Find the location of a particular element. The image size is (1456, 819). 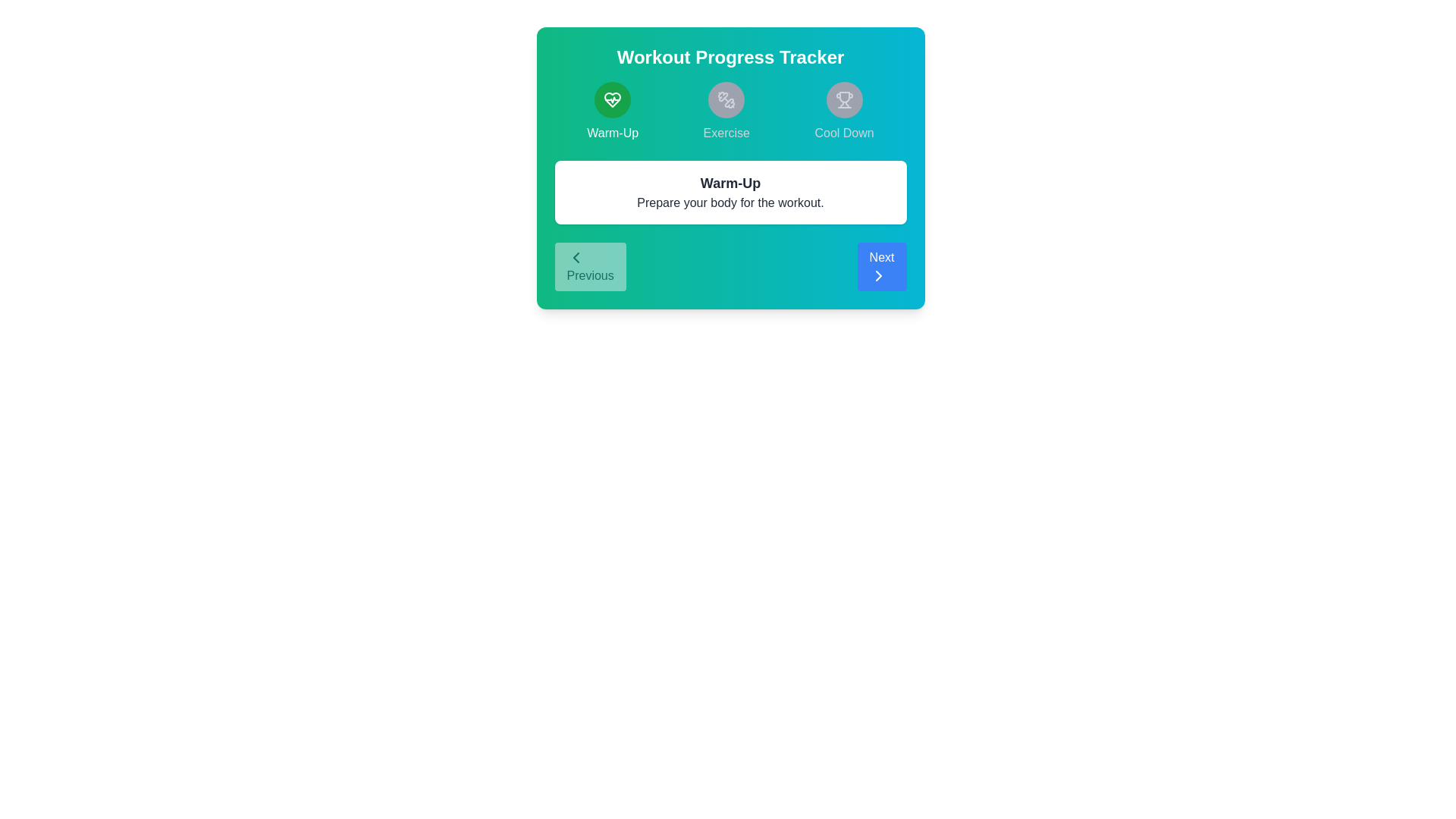

the 'Warm-Up' icon to inspect its visual representation is located at coordinates (612, 99).